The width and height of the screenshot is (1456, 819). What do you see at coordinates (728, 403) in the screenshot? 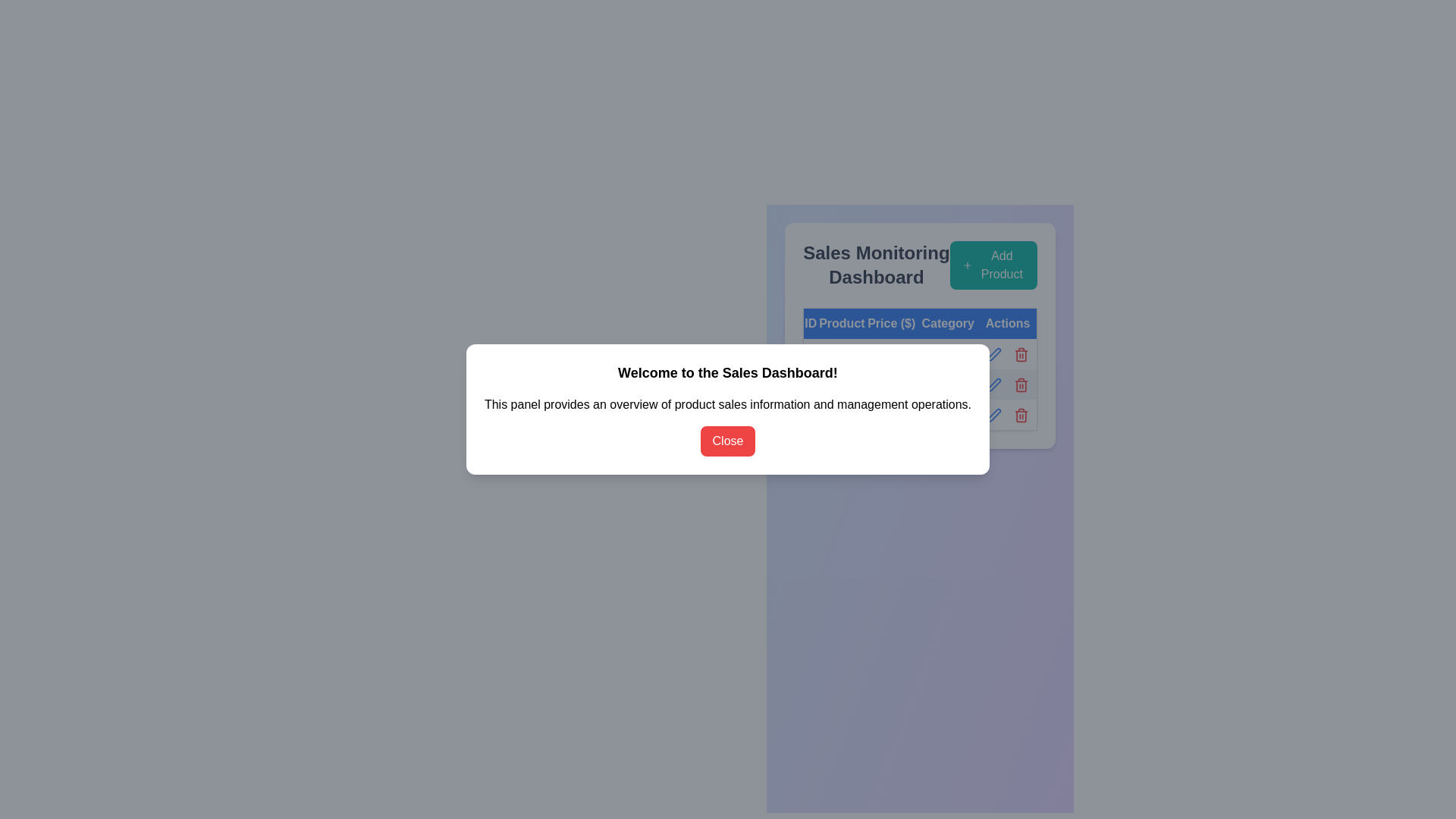
I see `the text label or informational text element that provides descriptive information about the Sales Dashboard, located below the heading 'Welcome to the Sales Dashboard!' and above the 'Close' button` at bounding box center [728, 403].